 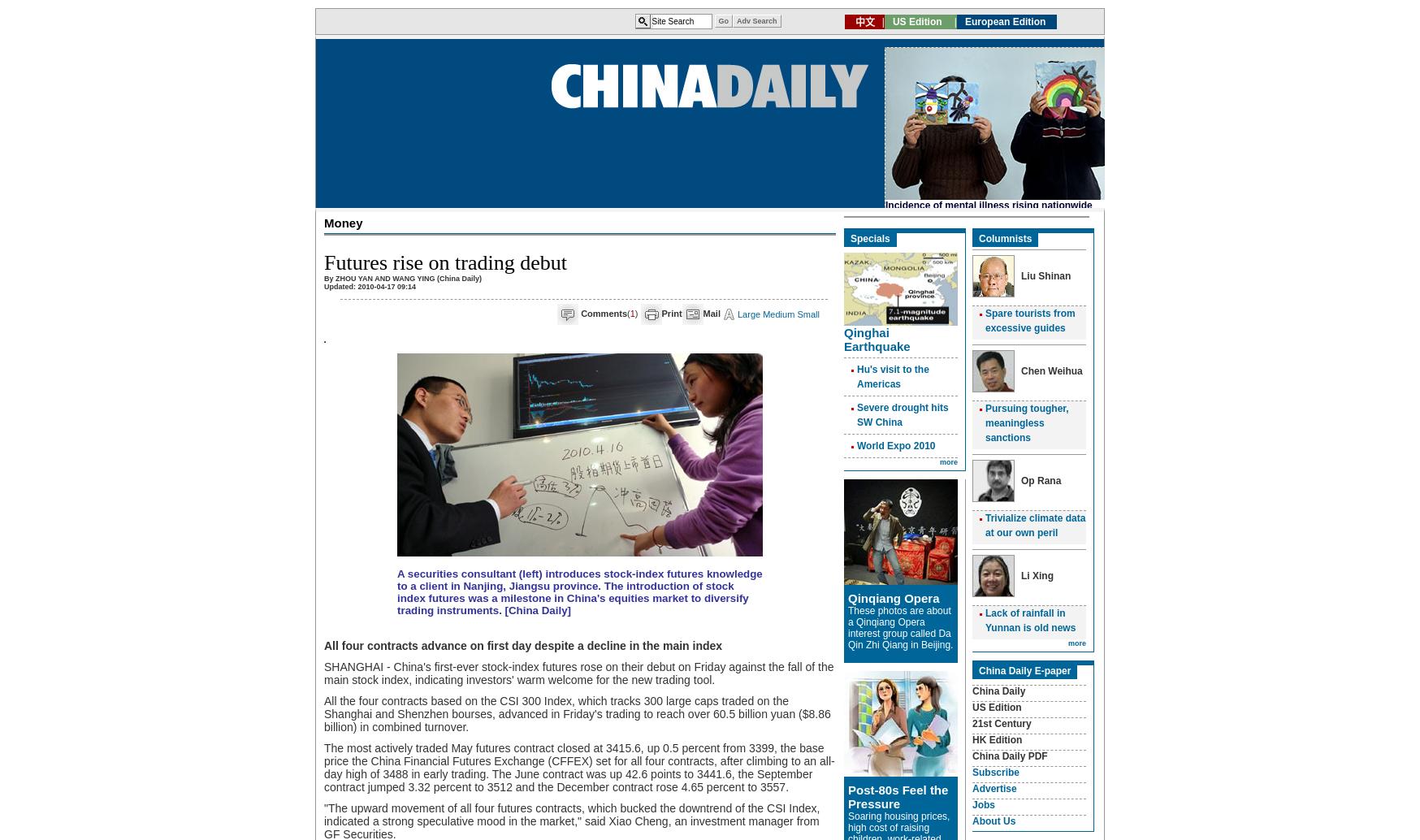 I want to click on 'Qinqiang Opera', so click(x=894, y=598).